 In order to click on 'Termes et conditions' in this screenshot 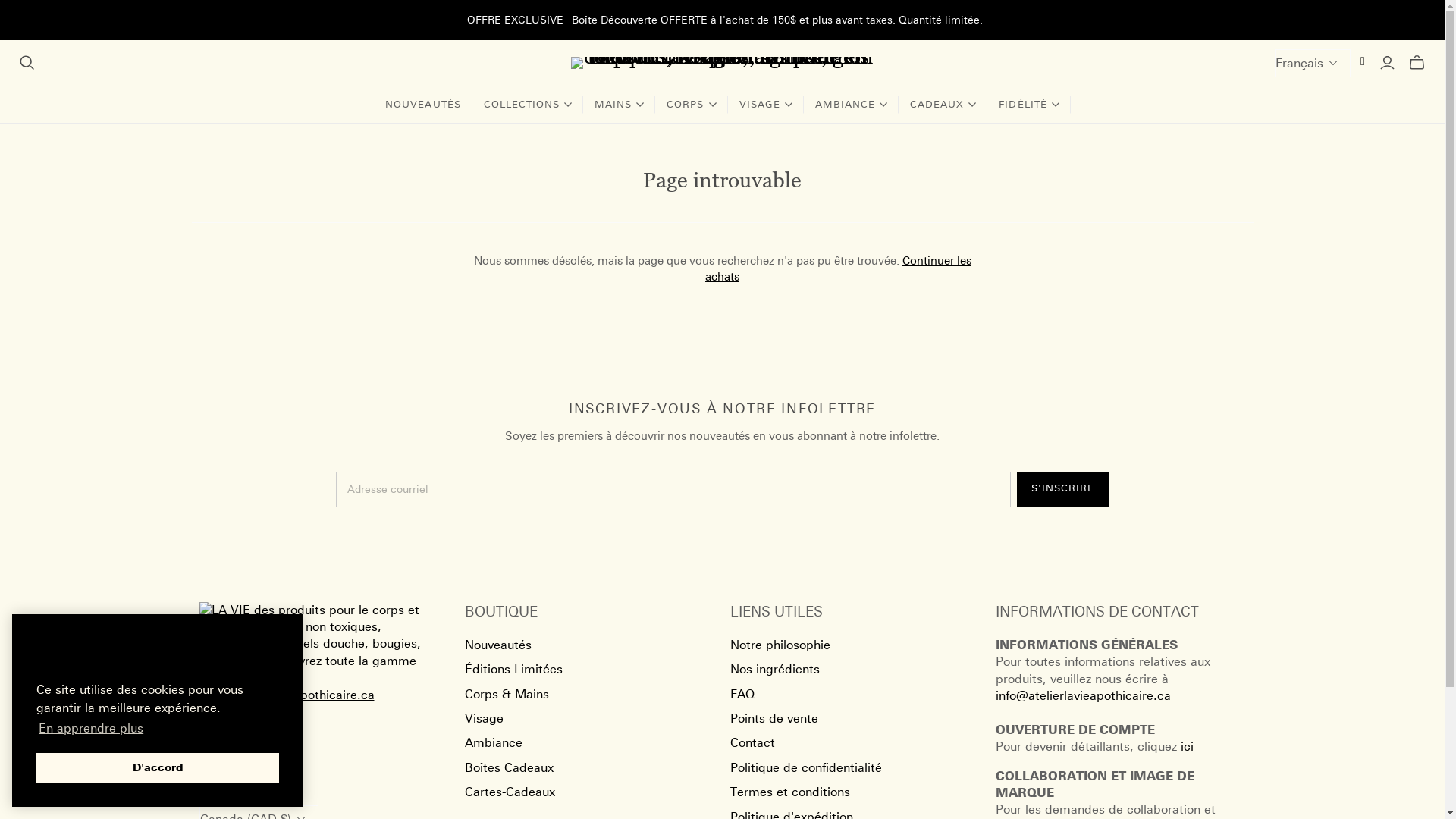, I will do `click(789, 791)`.